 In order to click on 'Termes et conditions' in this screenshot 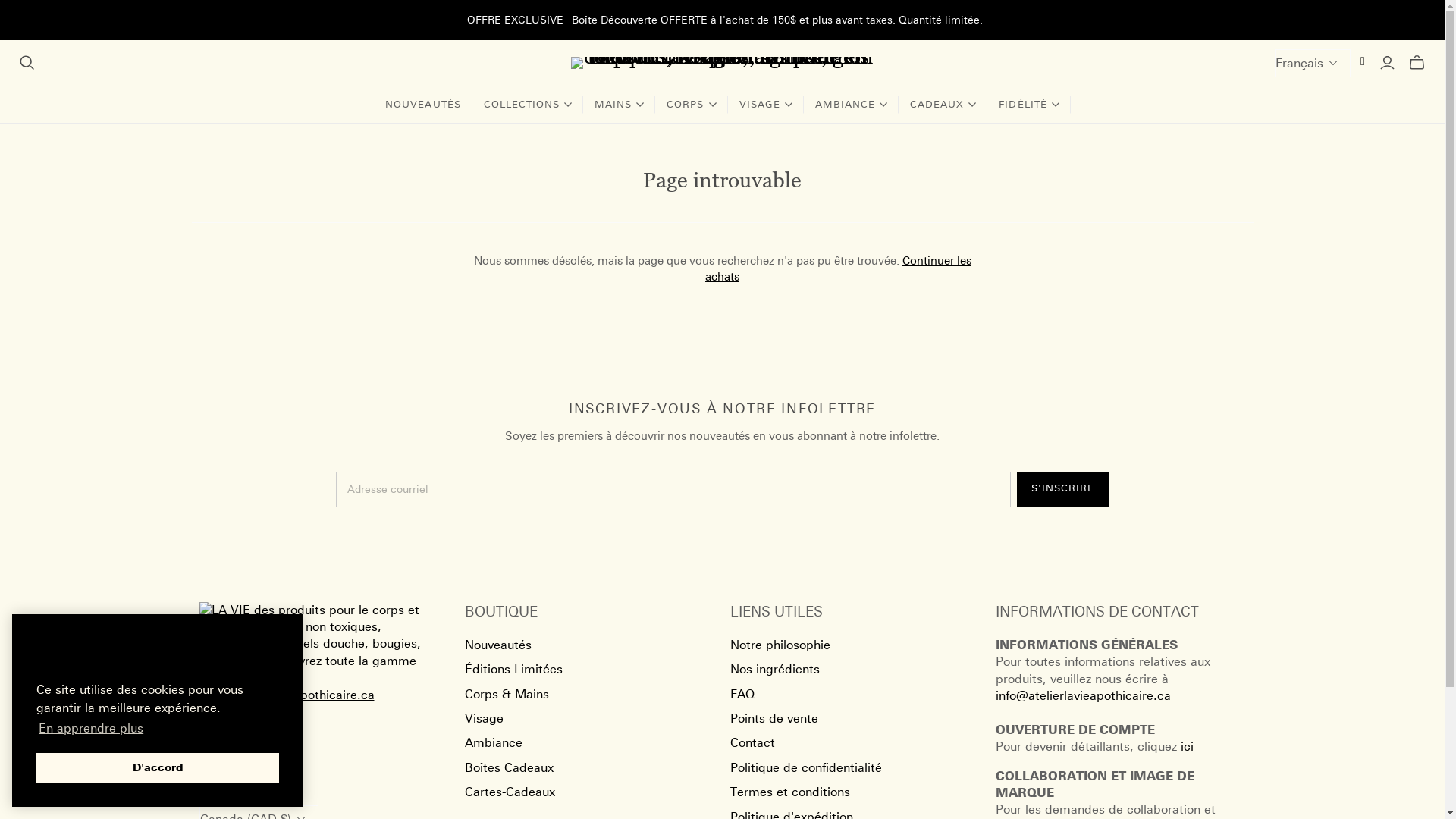, I will do `click(789, 791)`.